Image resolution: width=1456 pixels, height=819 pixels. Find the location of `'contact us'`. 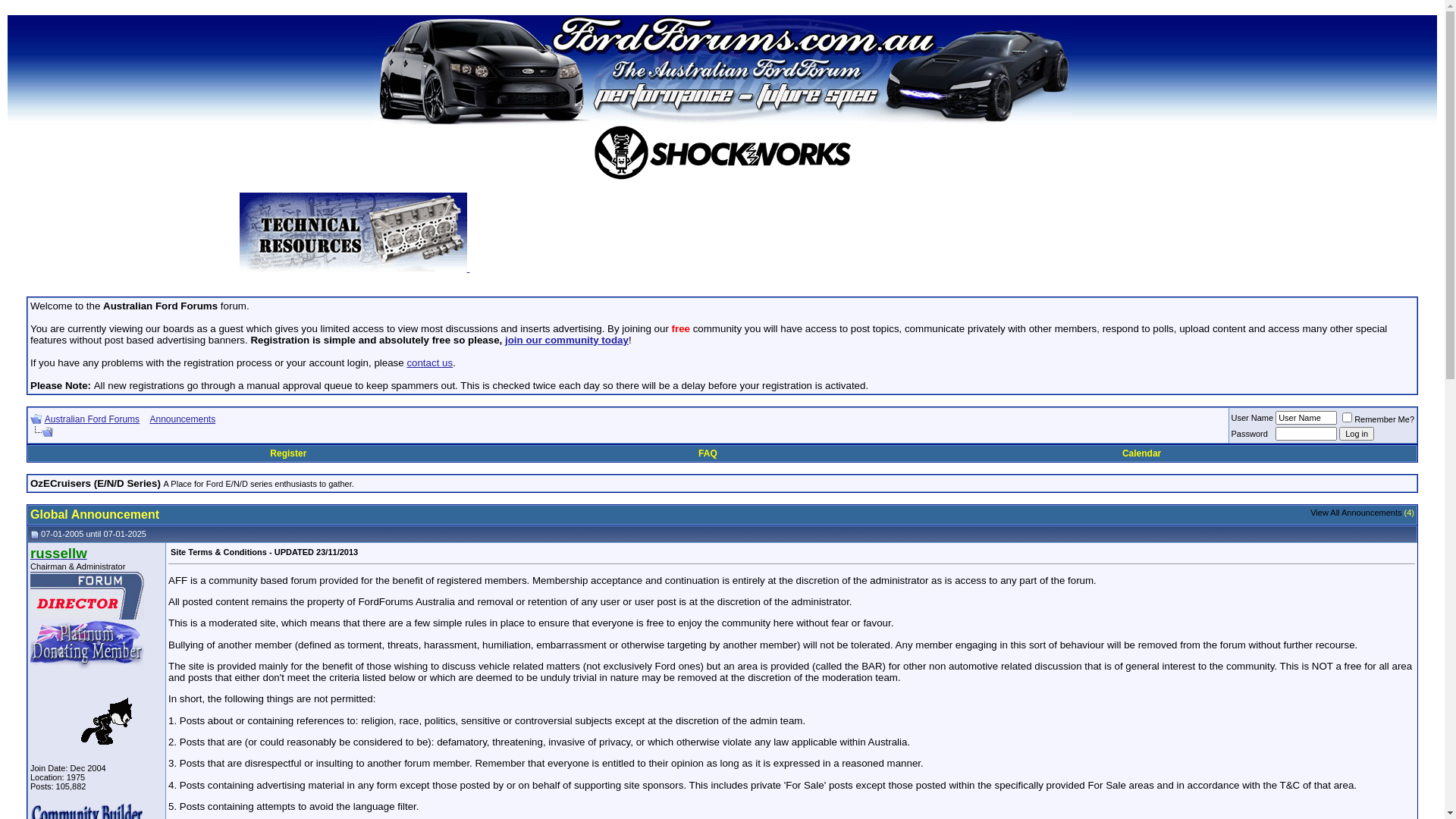

'contact us' is located at coordinates (428, 362).